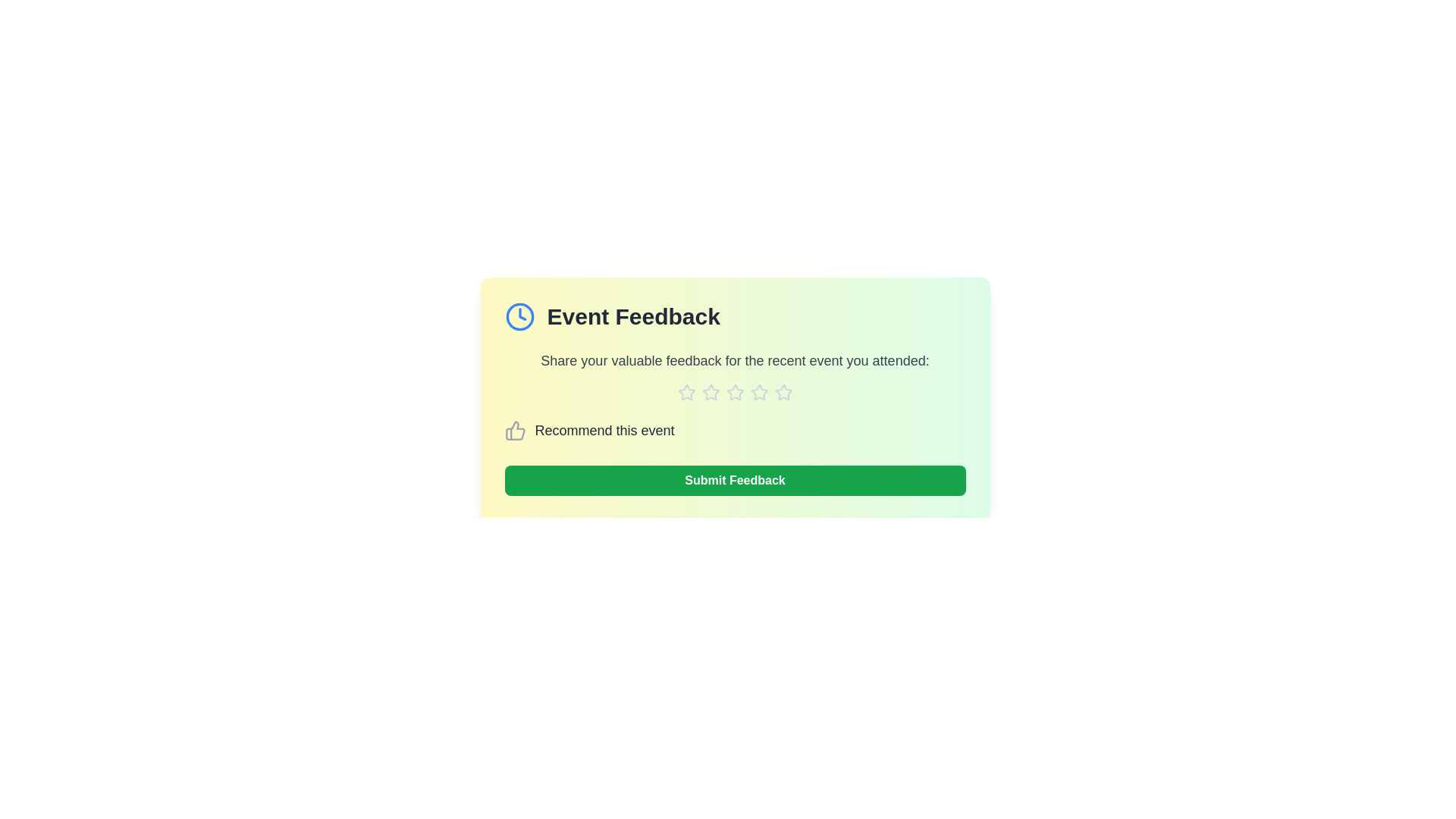 This screenshot has height=819, width=1456. What do you see at coordinates (735, 391) in the screenshot?
I see `the star corresponding to 3 to assign a rating` at bounding box center [735, 391].